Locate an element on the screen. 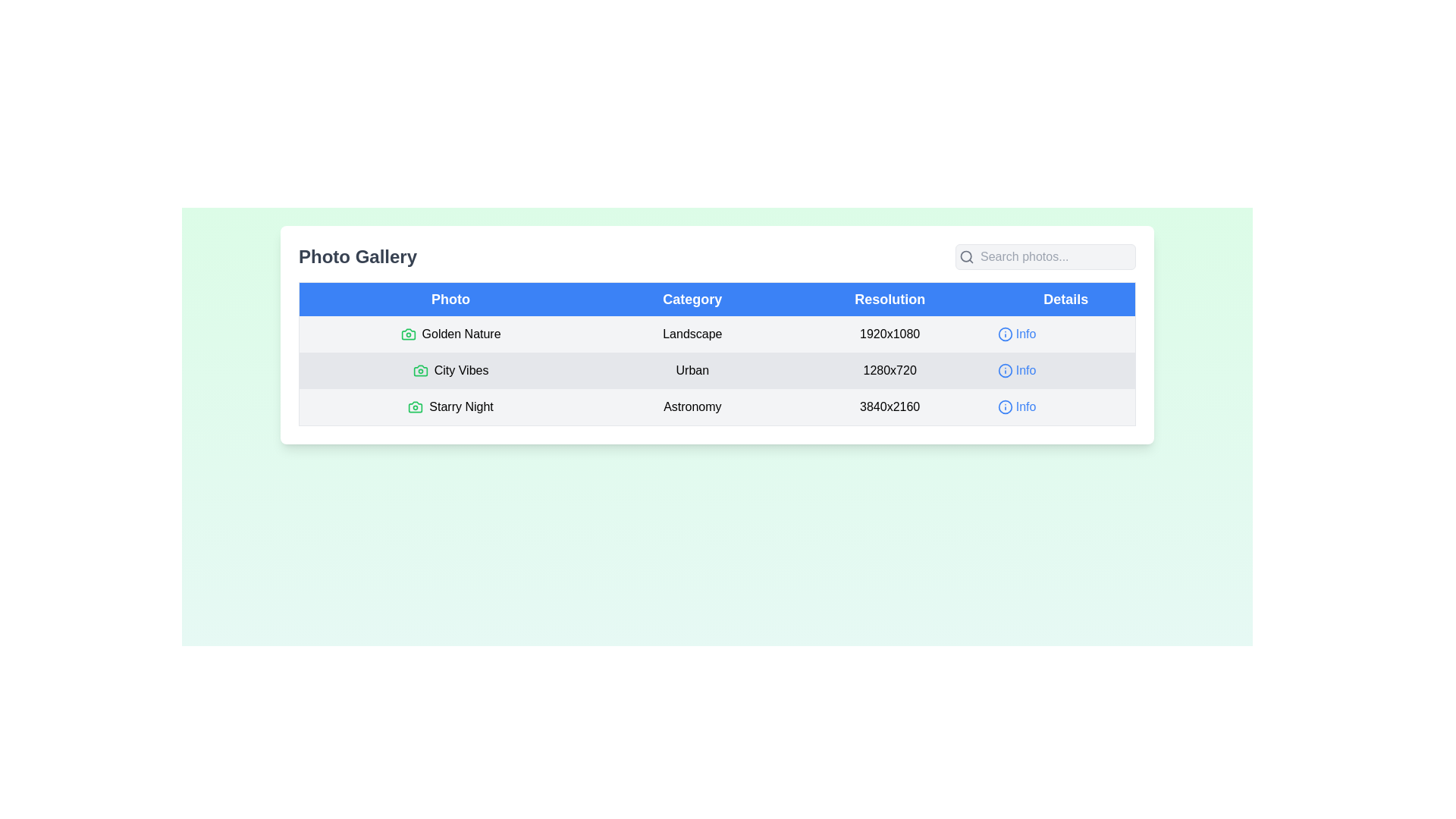 The height and width of the screenshot is (819, 1456). the 'Details' label in the data table header is located at coordinates (1065, 299).